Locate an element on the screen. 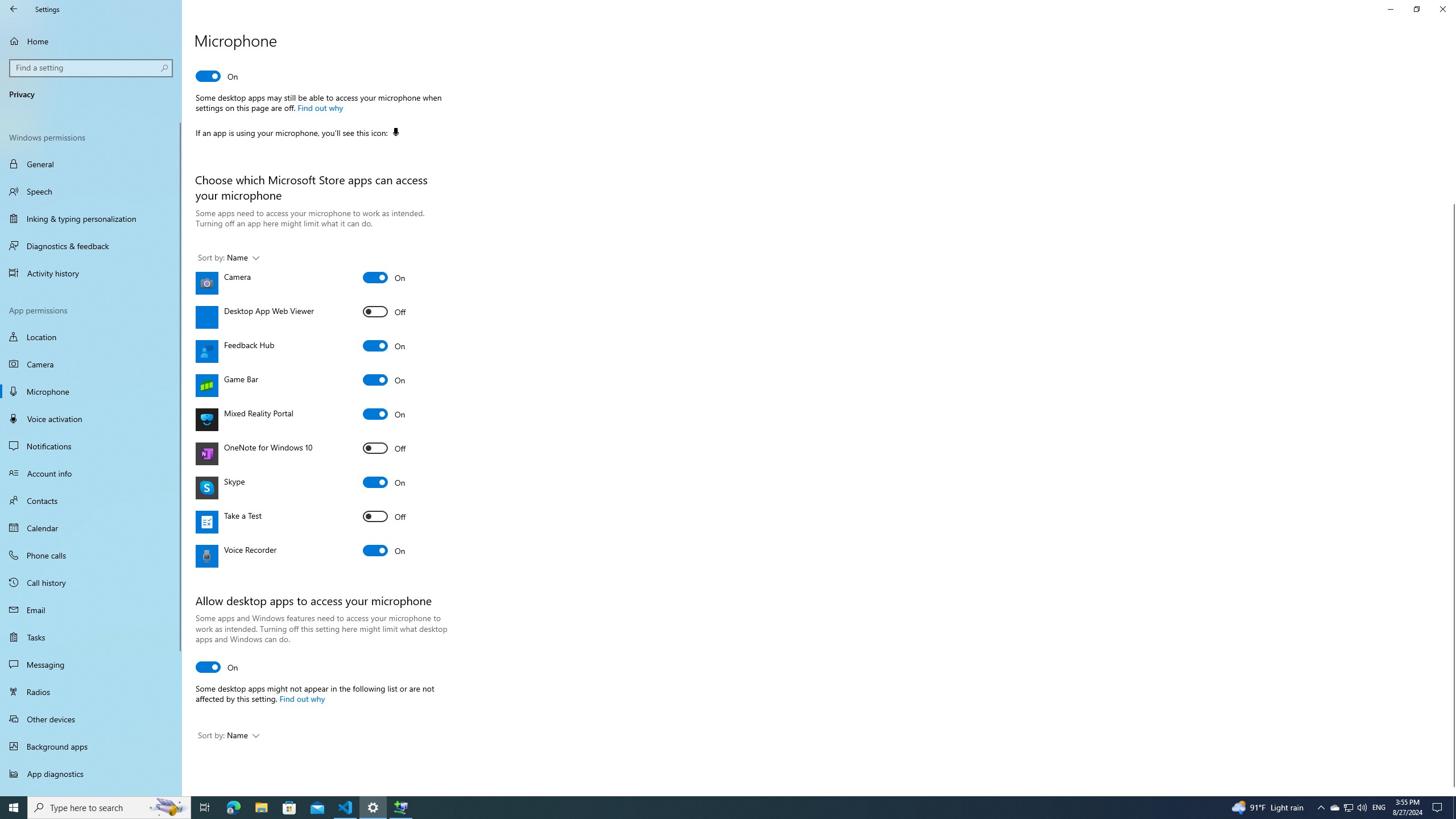  'Background apps' is located at coordinates (90, 745).